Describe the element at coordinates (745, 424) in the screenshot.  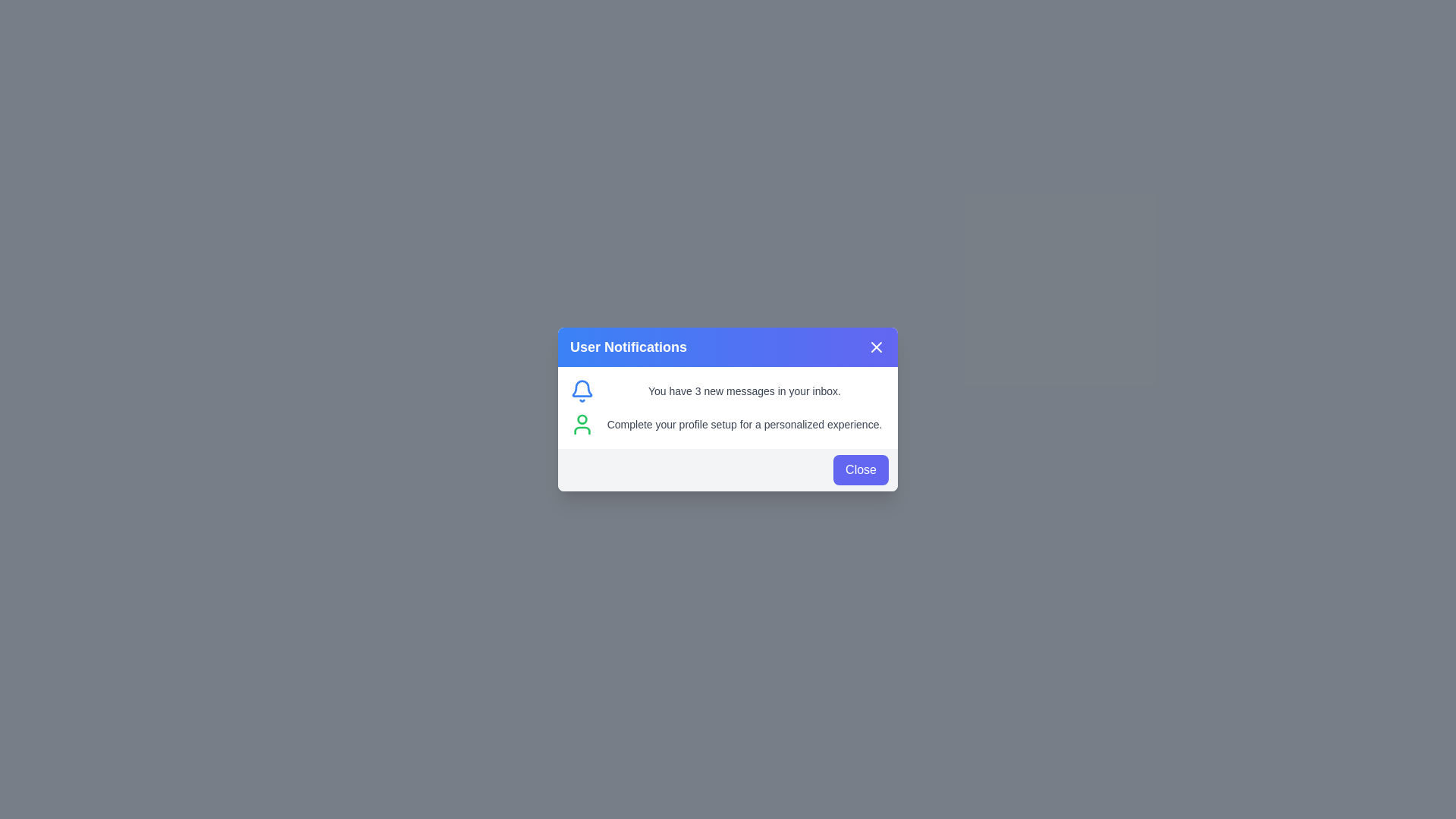
I see `text line that states 'Complete your profile setup for a personalized experience.' It is styled in a small font size and gray color, located within the notification card under the blue header 'User Notifications', and positioned to the right of a green user icon` at that location.